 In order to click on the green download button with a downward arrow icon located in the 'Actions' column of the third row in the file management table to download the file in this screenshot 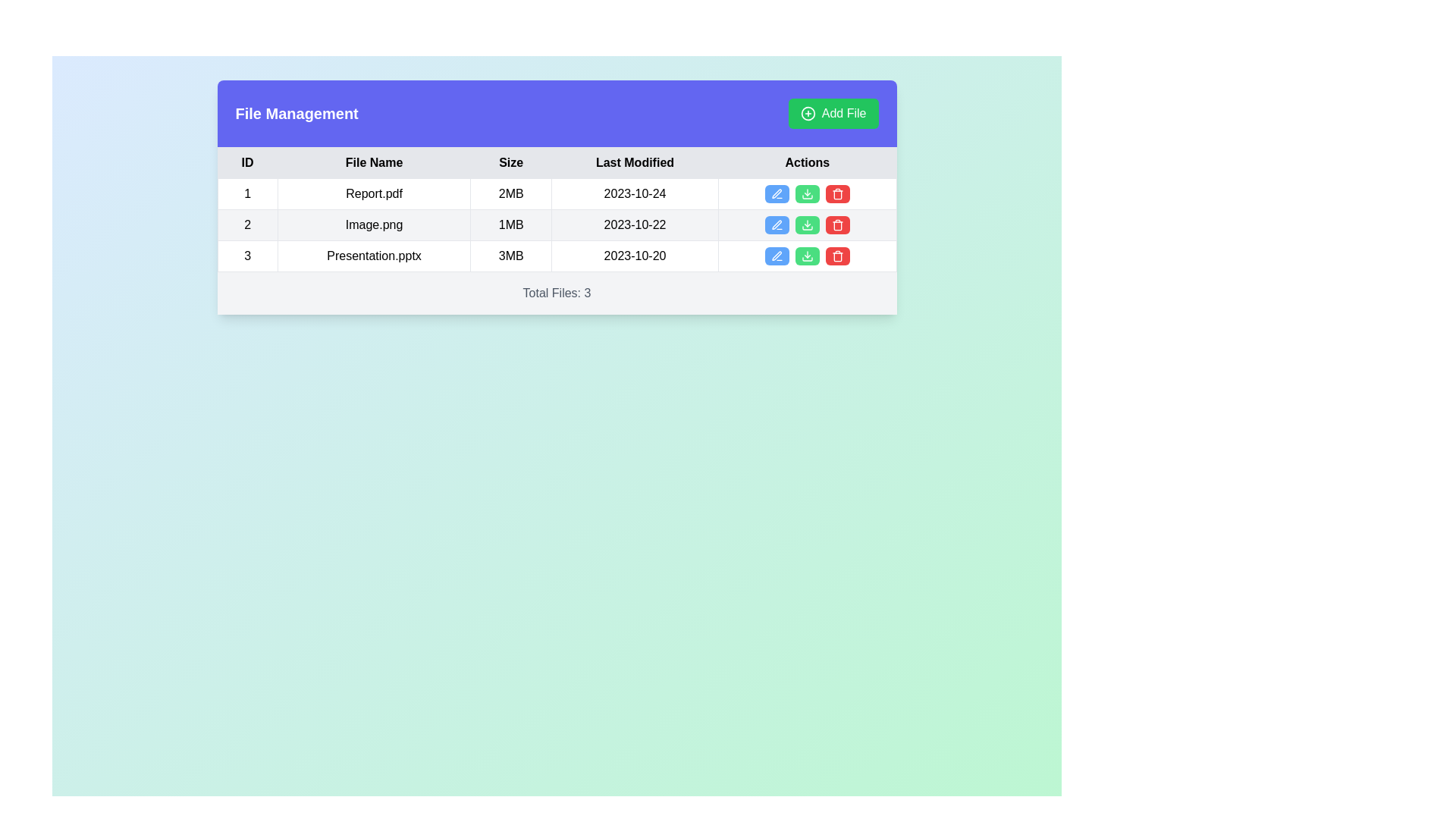, I will do `click(806, 225)`.